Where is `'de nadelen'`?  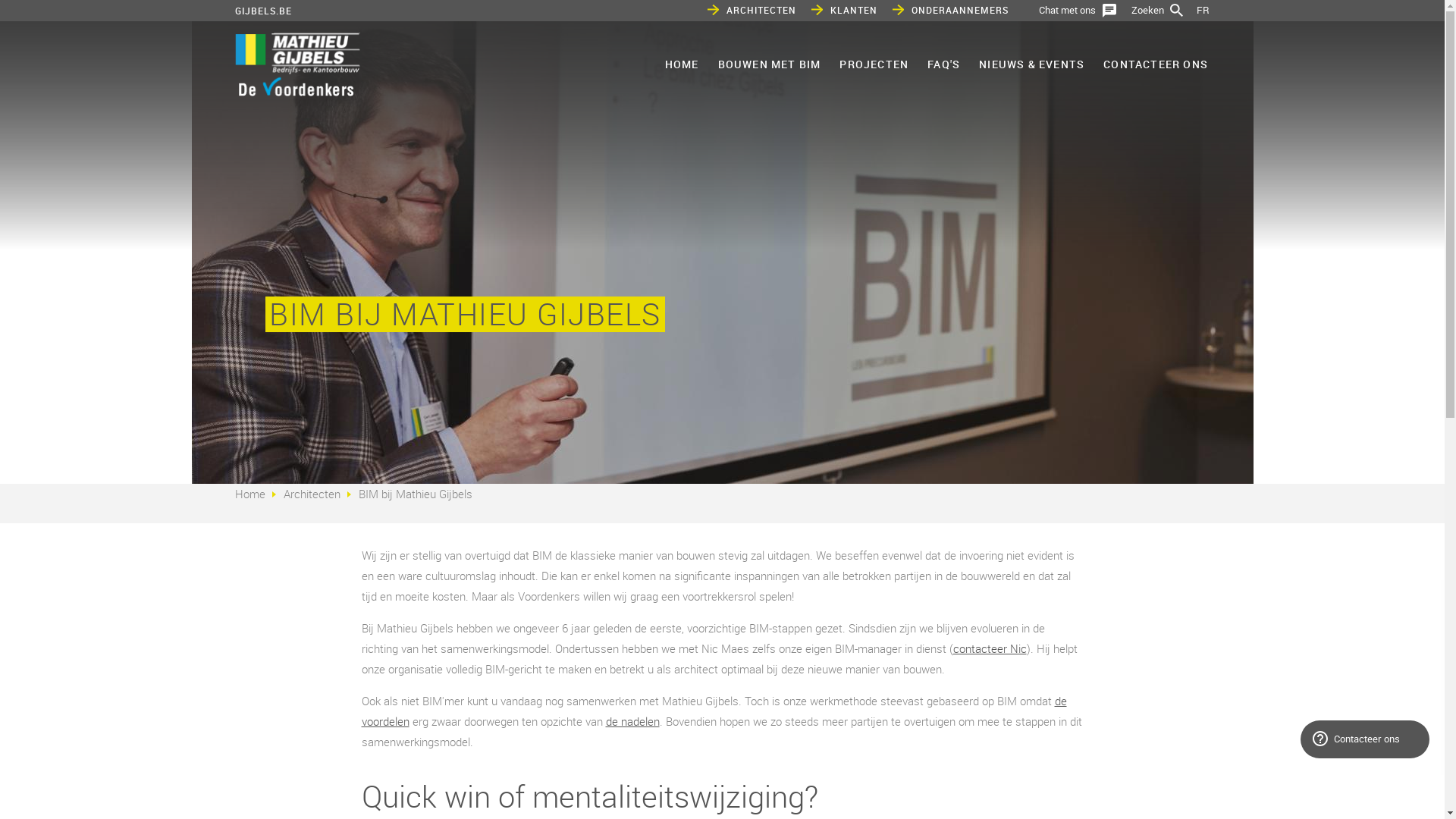 'de nadelen' is located at coordinates (632, 720).